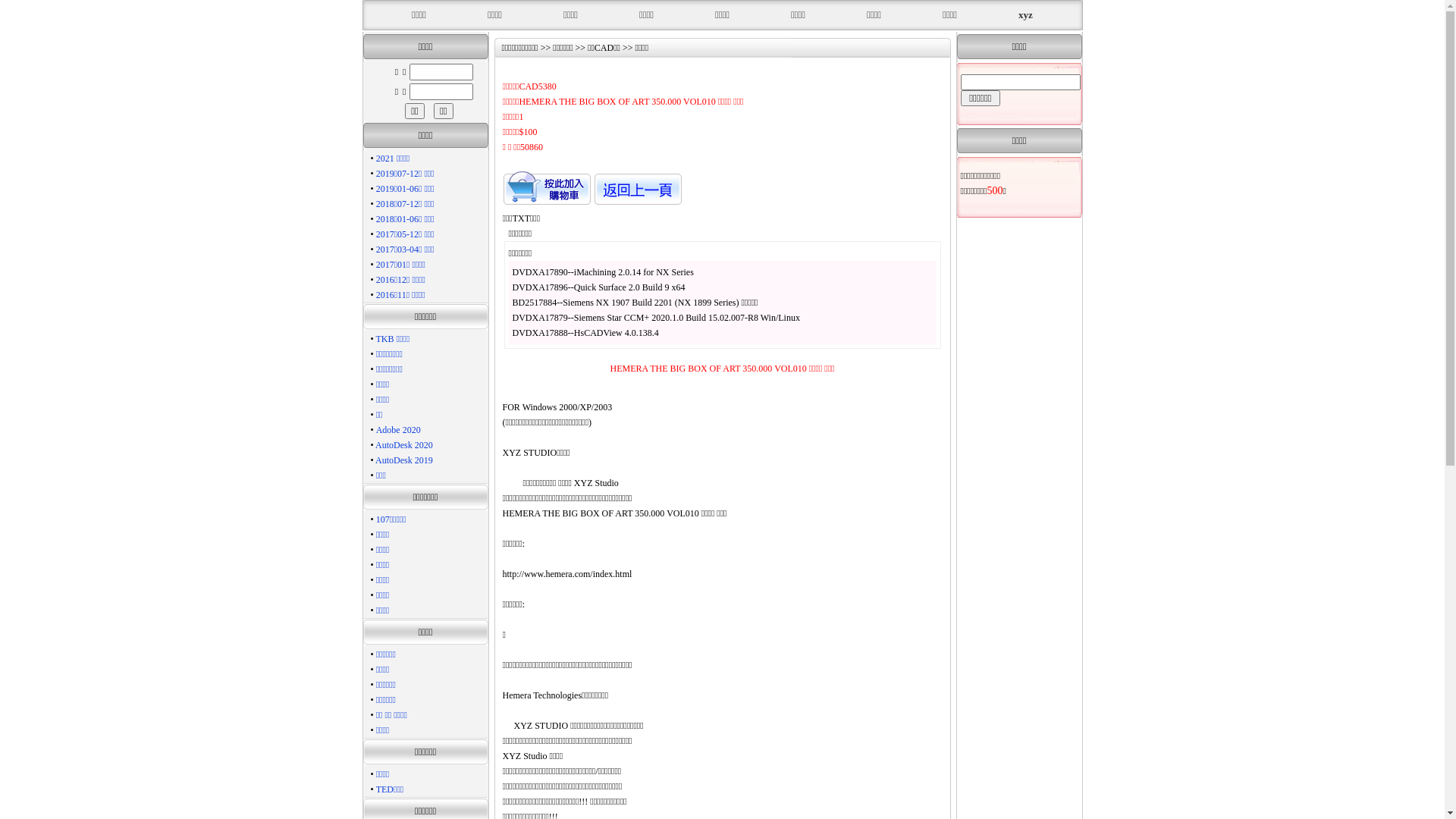 The image size is (1456, 819). I want to click on 'AutoDesk 2020', so click(403, 444).